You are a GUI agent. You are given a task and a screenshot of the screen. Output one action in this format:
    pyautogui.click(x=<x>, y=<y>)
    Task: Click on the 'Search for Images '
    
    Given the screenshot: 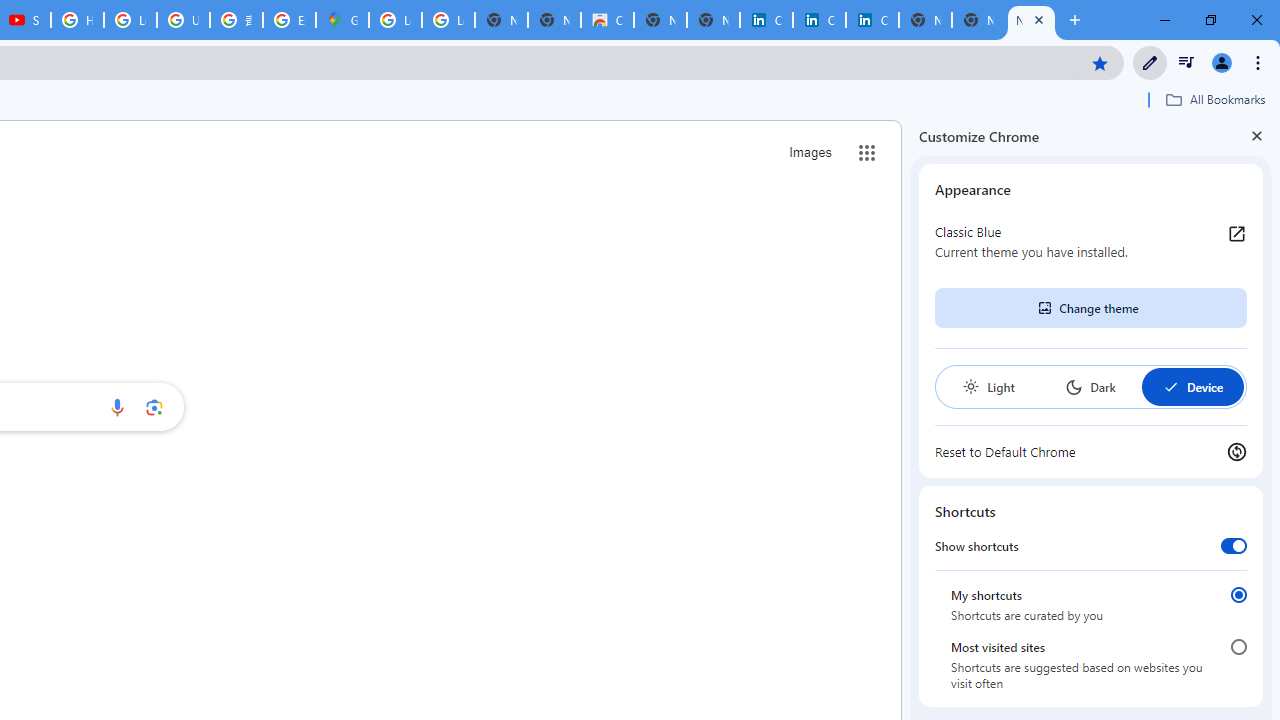 What is the action you would take?
    pyautogui.click(x=810, y=152)
    